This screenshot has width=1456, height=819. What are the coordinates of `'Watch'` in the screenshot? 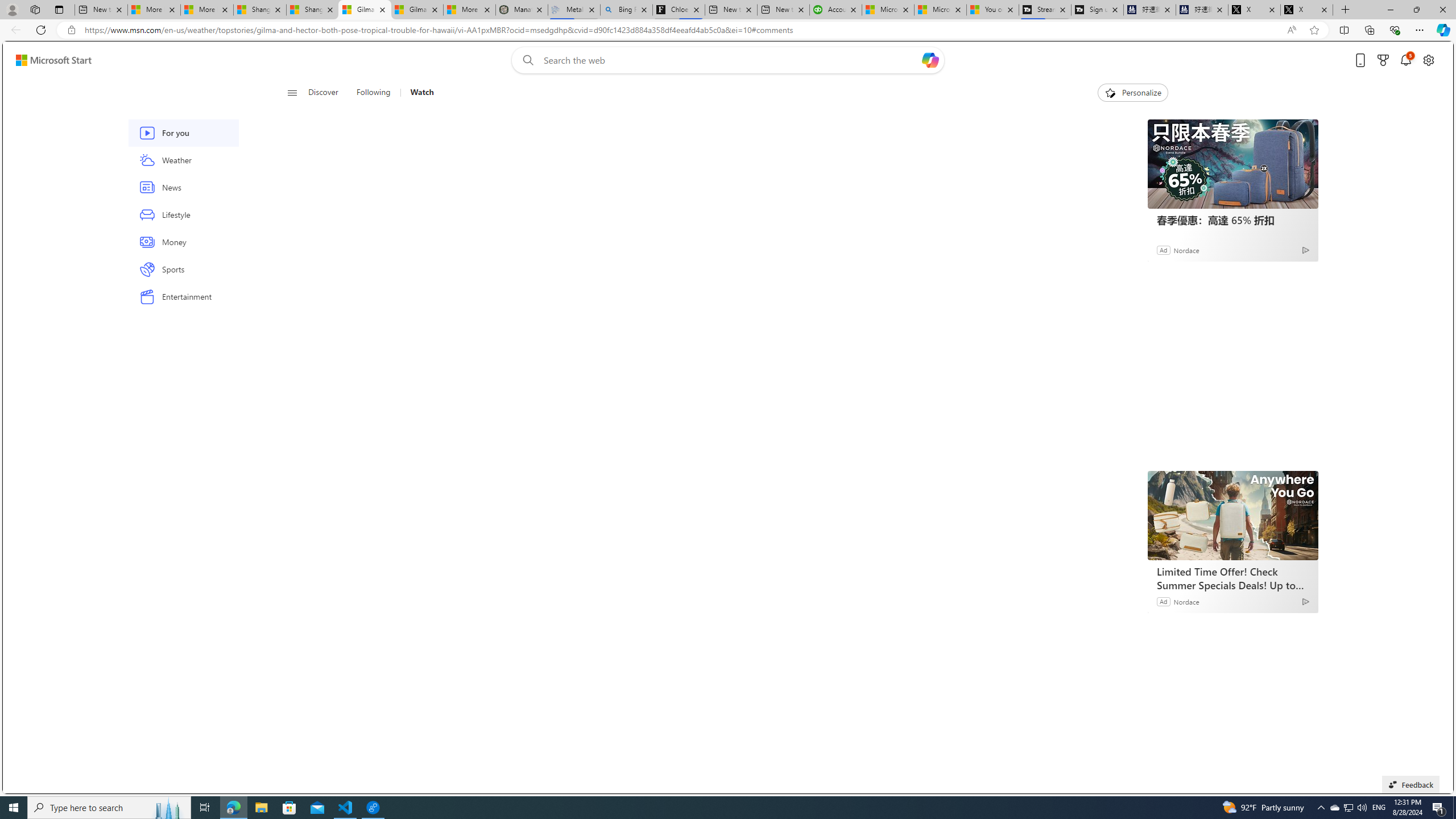 It's located at (421, 92).